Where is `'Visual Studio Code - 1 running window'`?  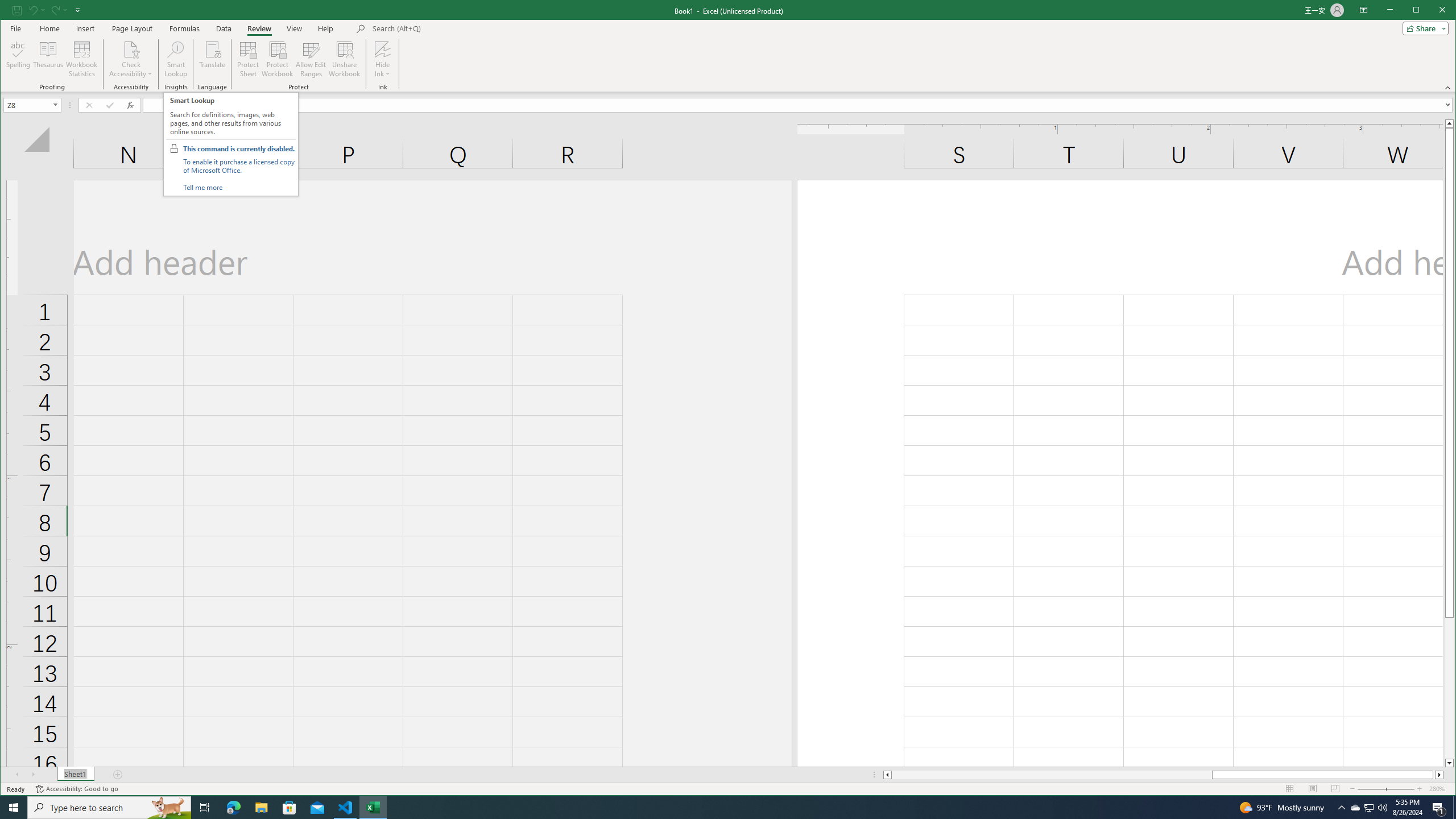 'Visual Studio Code - 1 running window' is located at coordinates (345, 806).